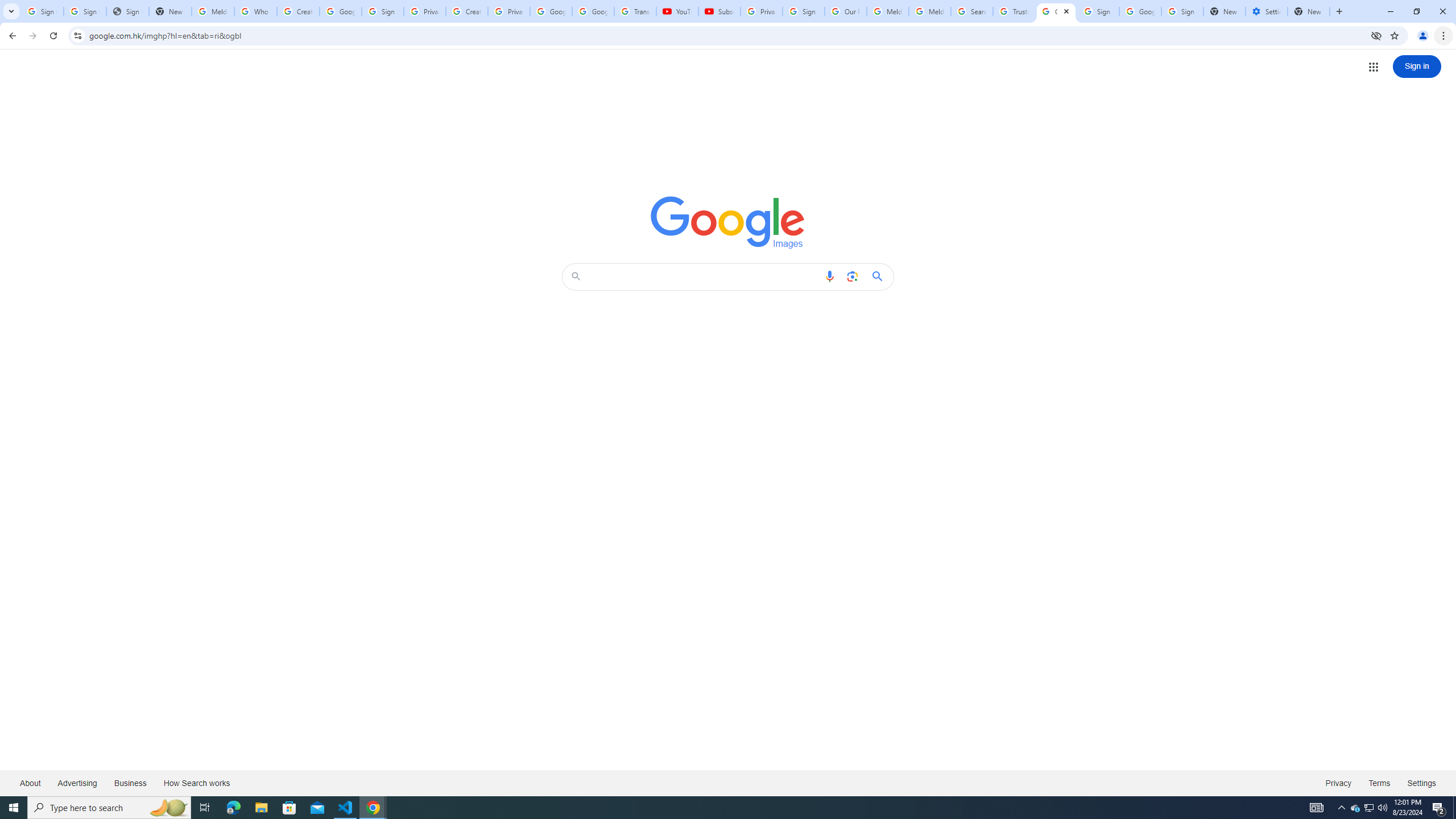  What do you see at coordinates (53, 35) in the screenshot?
I see `'Reload'` at bounding box center [53, 35].